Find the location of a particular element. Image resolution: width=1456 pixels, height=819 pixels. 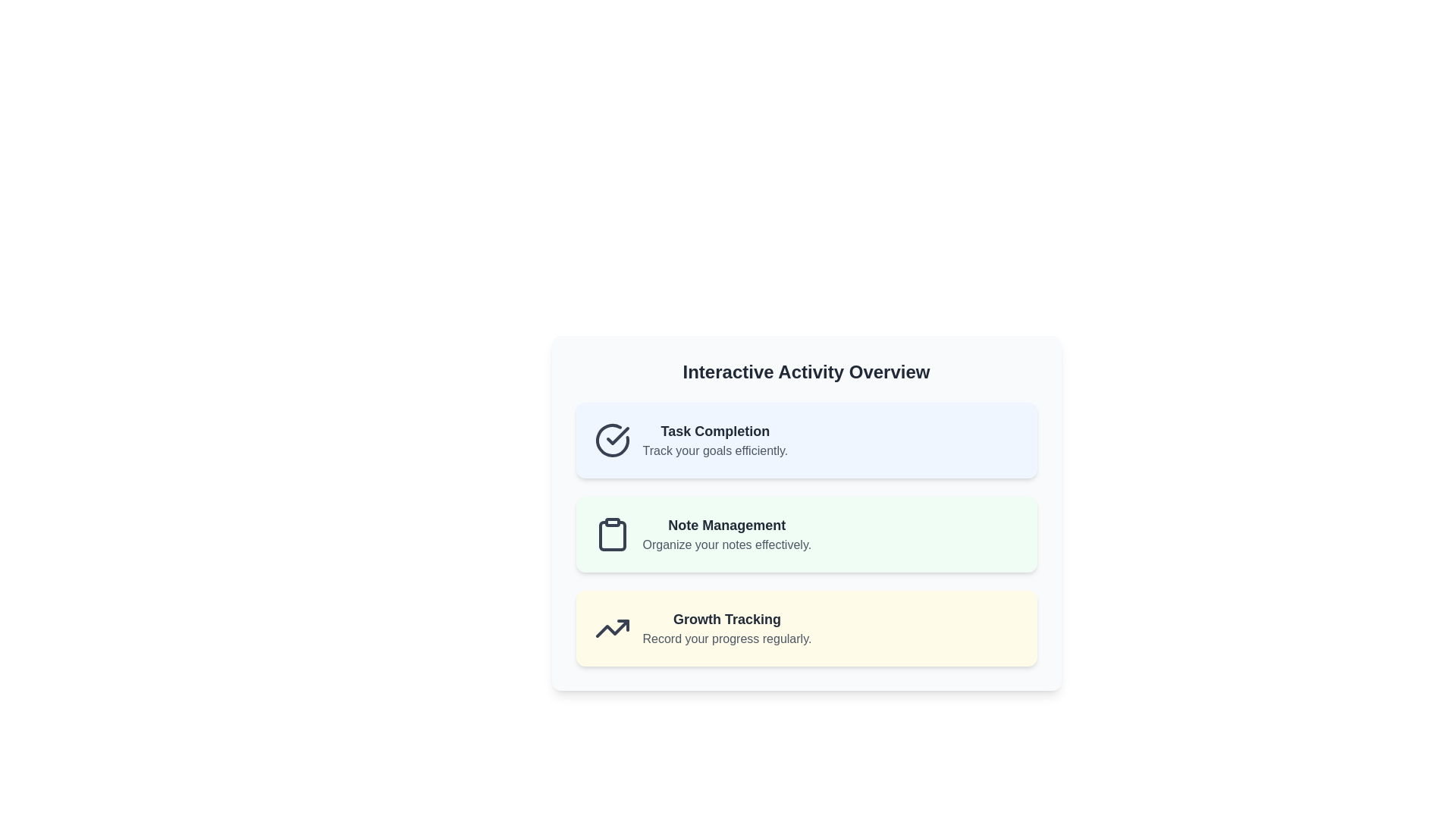

the Text block that describes the card's focus area related to tracking and completing tasks, located within the topmost card of the 'Interactive Activity Overview' section is located at coordinates (714, 441).